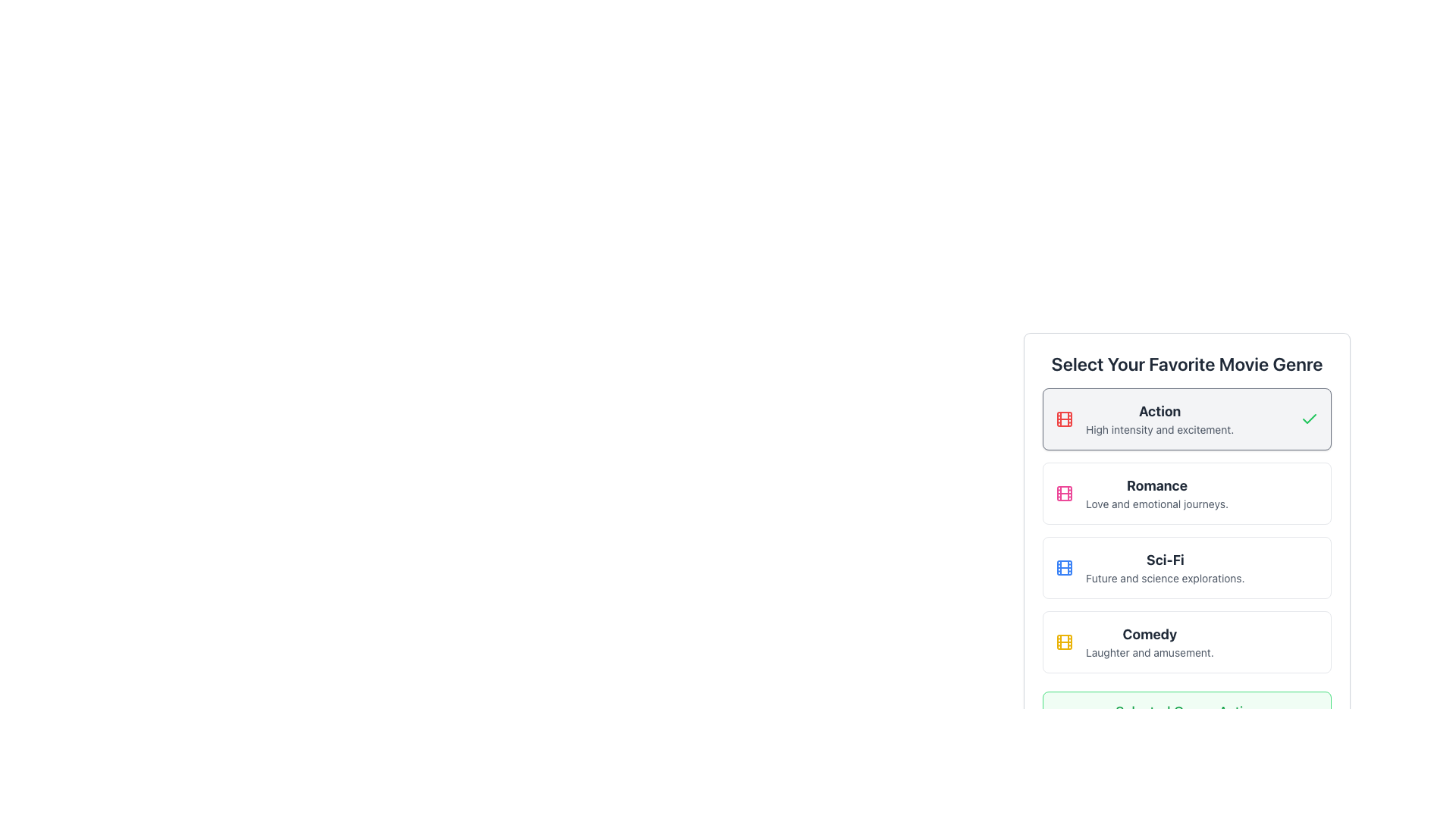  What do you see at coordinates (1186, 642) in the screenshot?
I see `the 'Comedy' genre list item, which is the fourth item in the vertical list of movie genres, featuring a bold dark gray title and a yellow film reel icon on the left` at bounding box center [1186, 642].